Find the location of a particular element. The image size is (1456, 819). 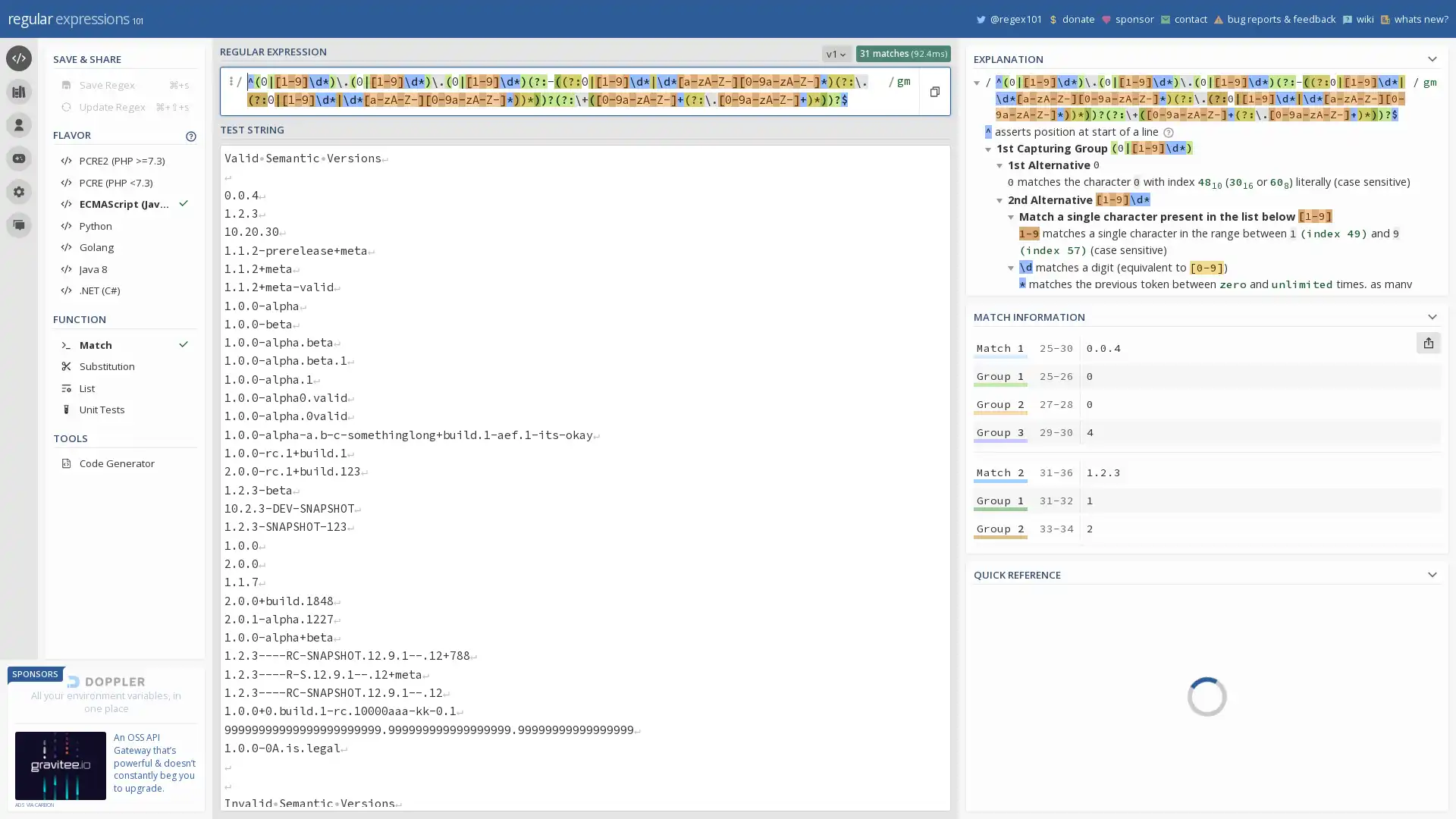

Character Classes is located at coordinates (1044, 780).